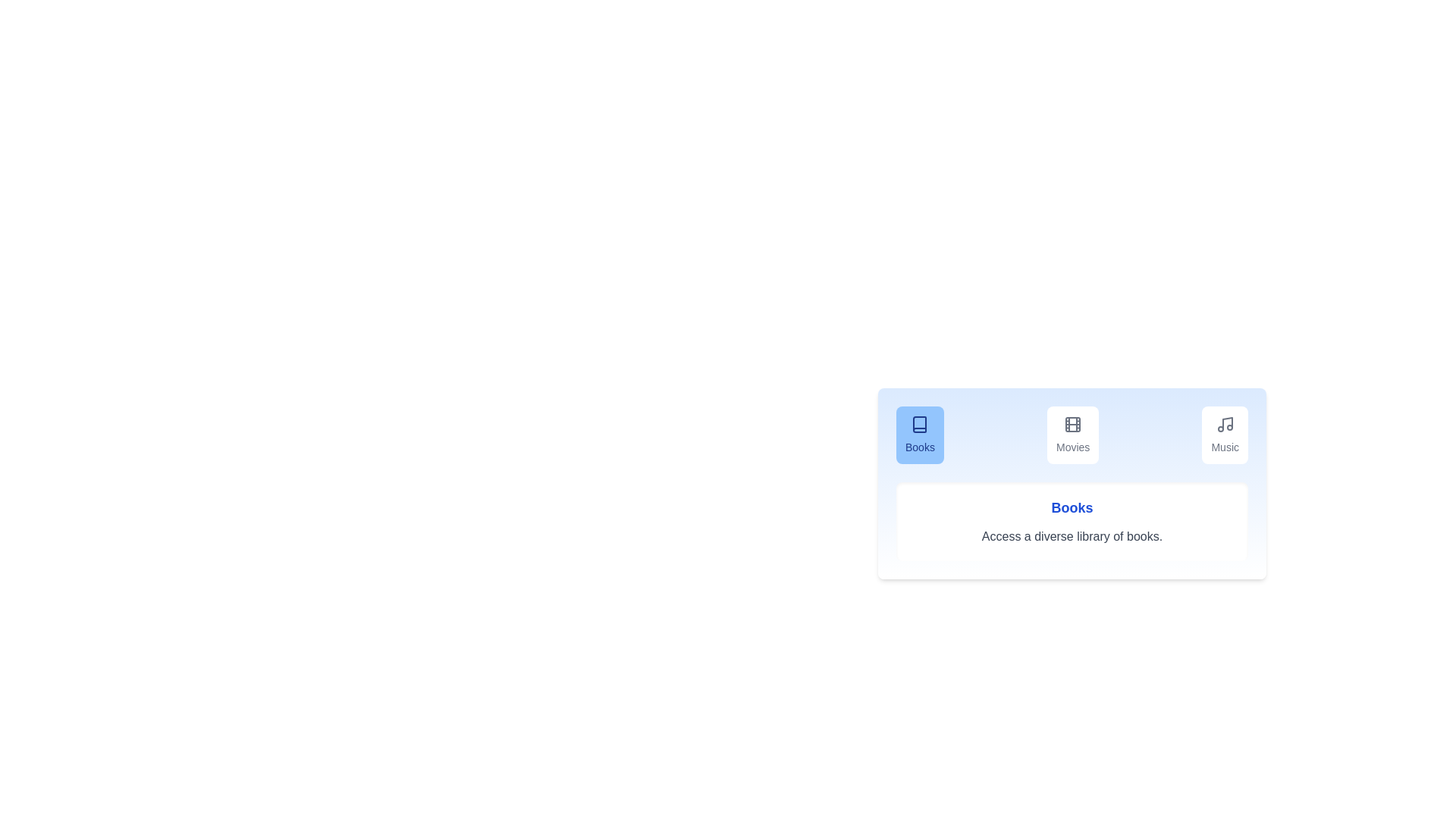 Image resolution: width=1456 pixels, height=819 pixels. I want to click on the Movies tab by clicking on its button, so click(1072, 435).